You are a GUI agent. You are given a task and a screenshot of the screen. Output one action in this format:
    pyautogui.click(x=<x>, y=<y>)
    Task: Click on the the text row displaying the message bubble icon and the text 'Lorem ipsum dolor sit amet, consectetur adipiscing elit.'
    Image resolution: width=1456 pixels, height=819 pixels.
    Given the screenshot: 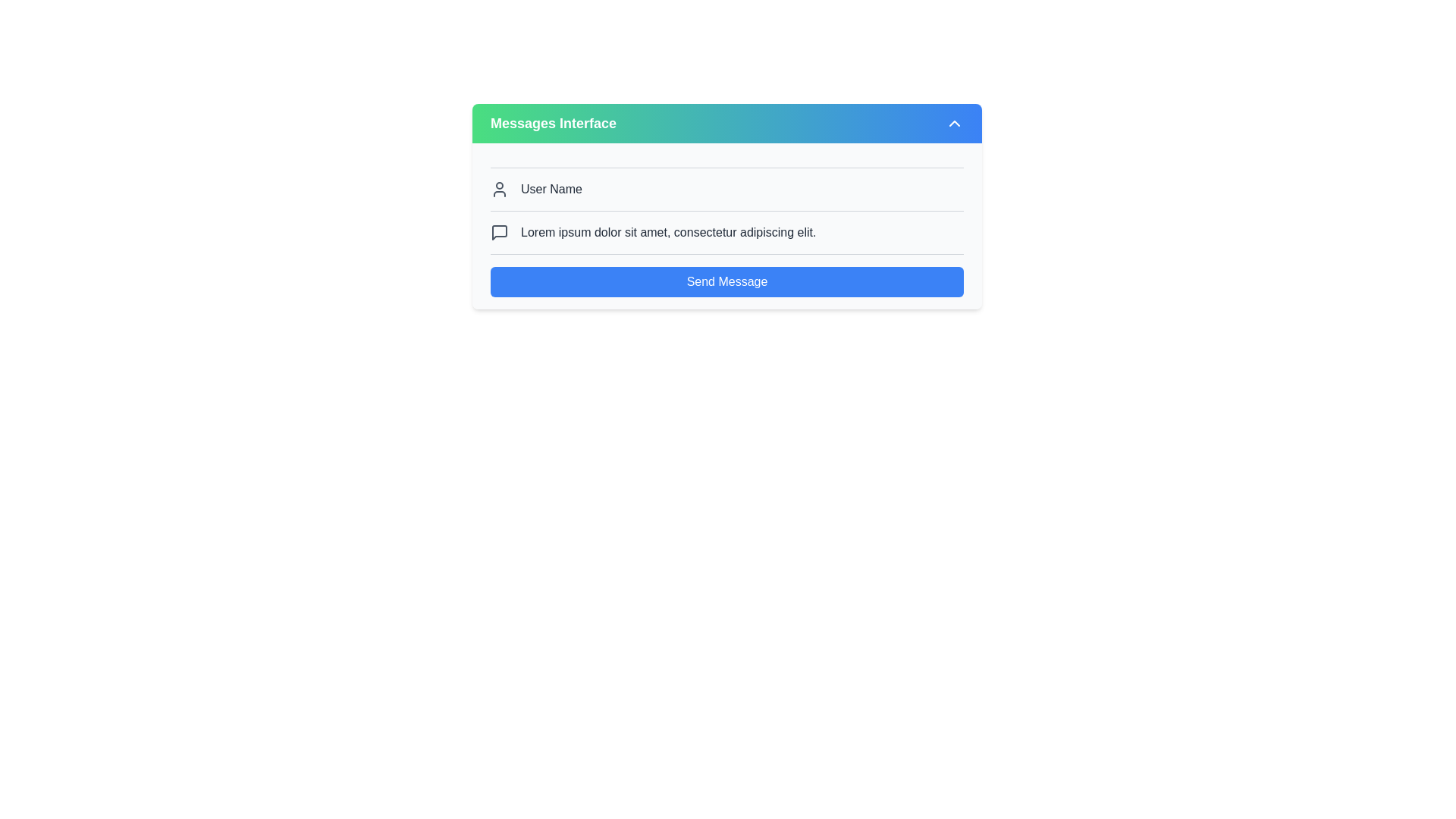 What is the action you would take?
    pyautogui.click(x=726, y=233)
    